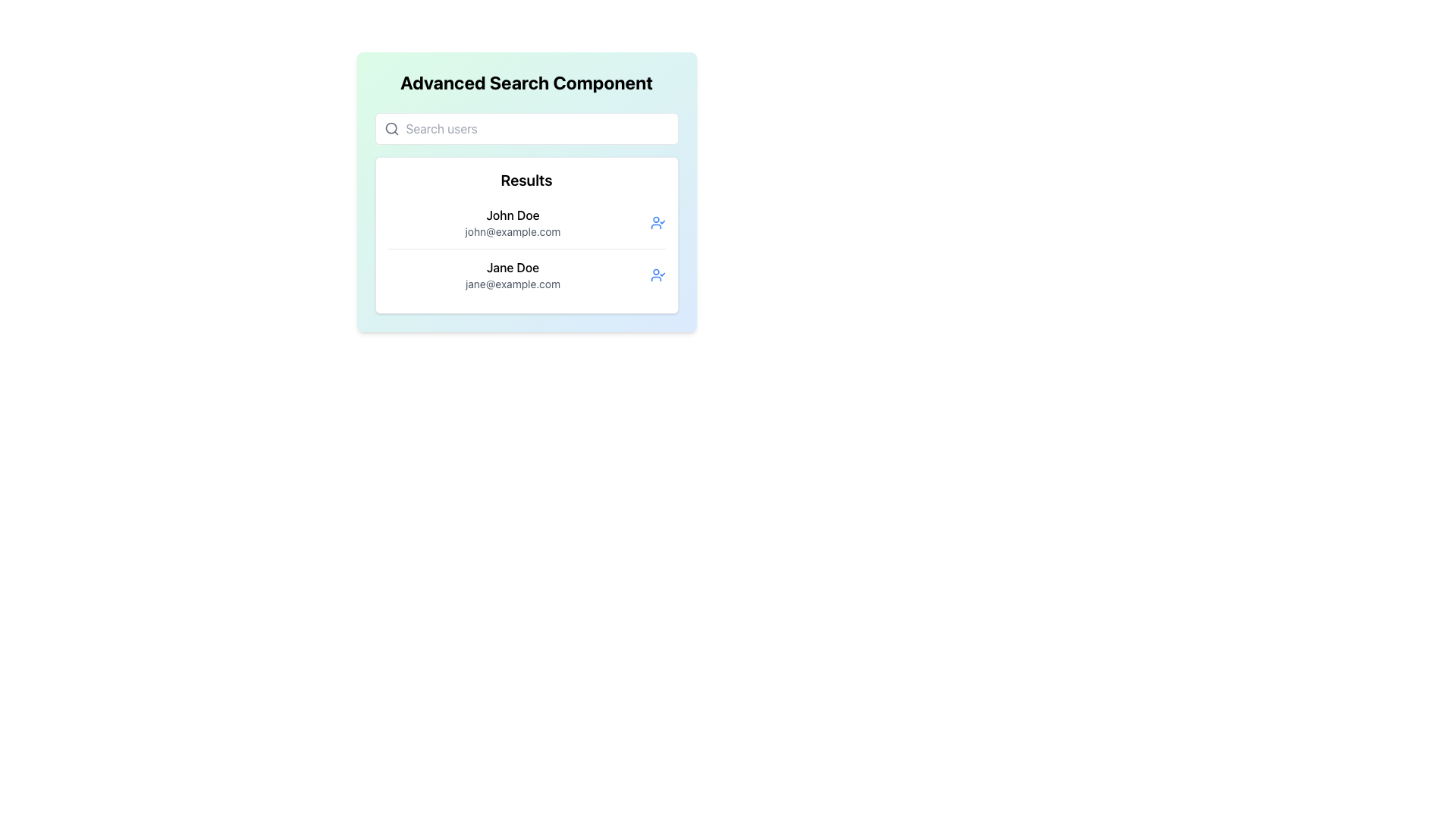 This screenshot has width=1456, height=819. What do you see at coordinates (526, 222) in the screenshot?
I see `on the first user profile preview in the search results` at bounding box center [526, 222].